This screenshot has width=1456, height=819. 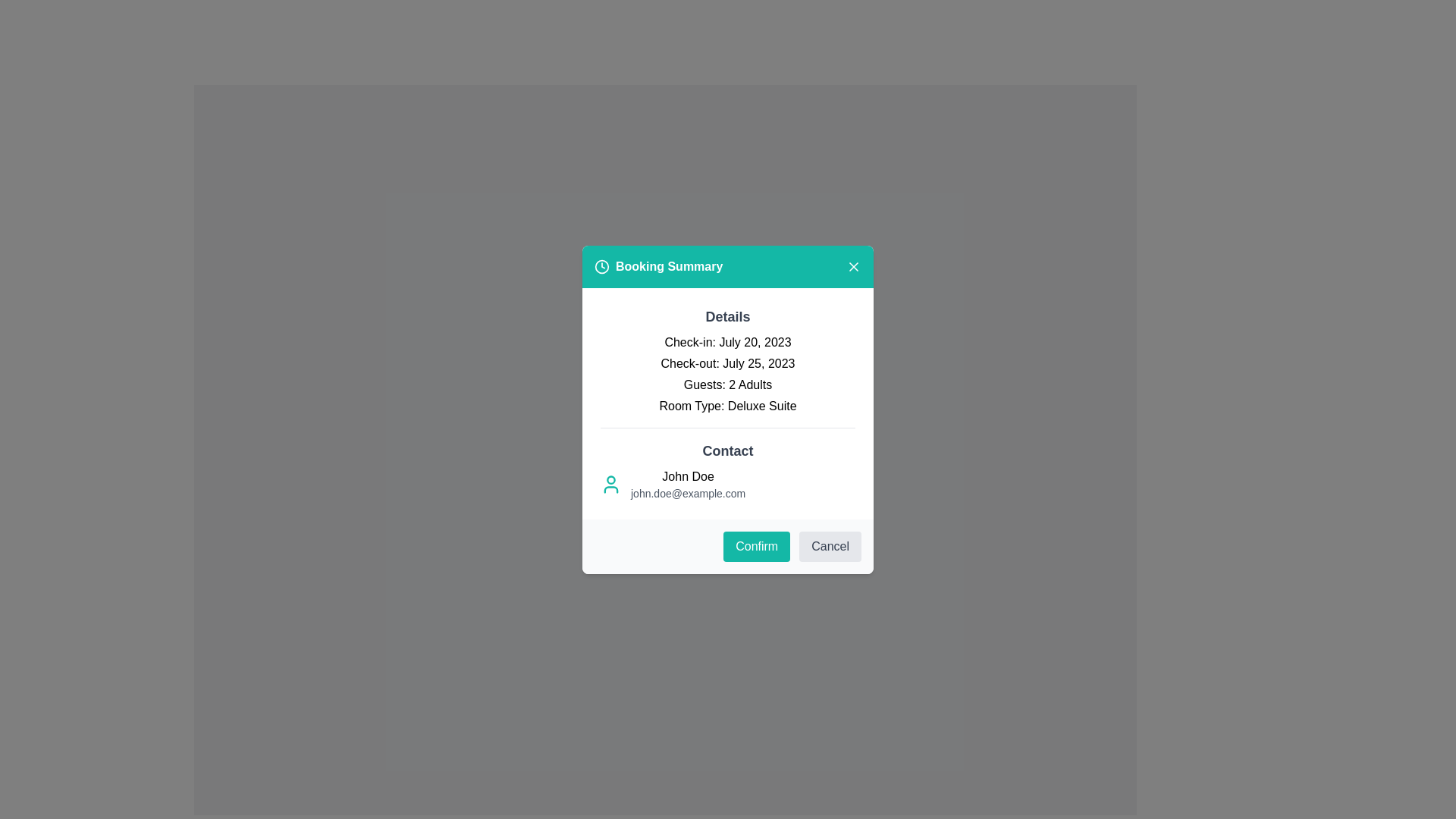 What do you see at coordinates (728, 463) in the screenshot?
I see `contact information displayed in the Text Display Section, which includes the header 'Contact', the name 'John Doe', and the email 'john.doe@example.com'` at bounding box center [728, 463].